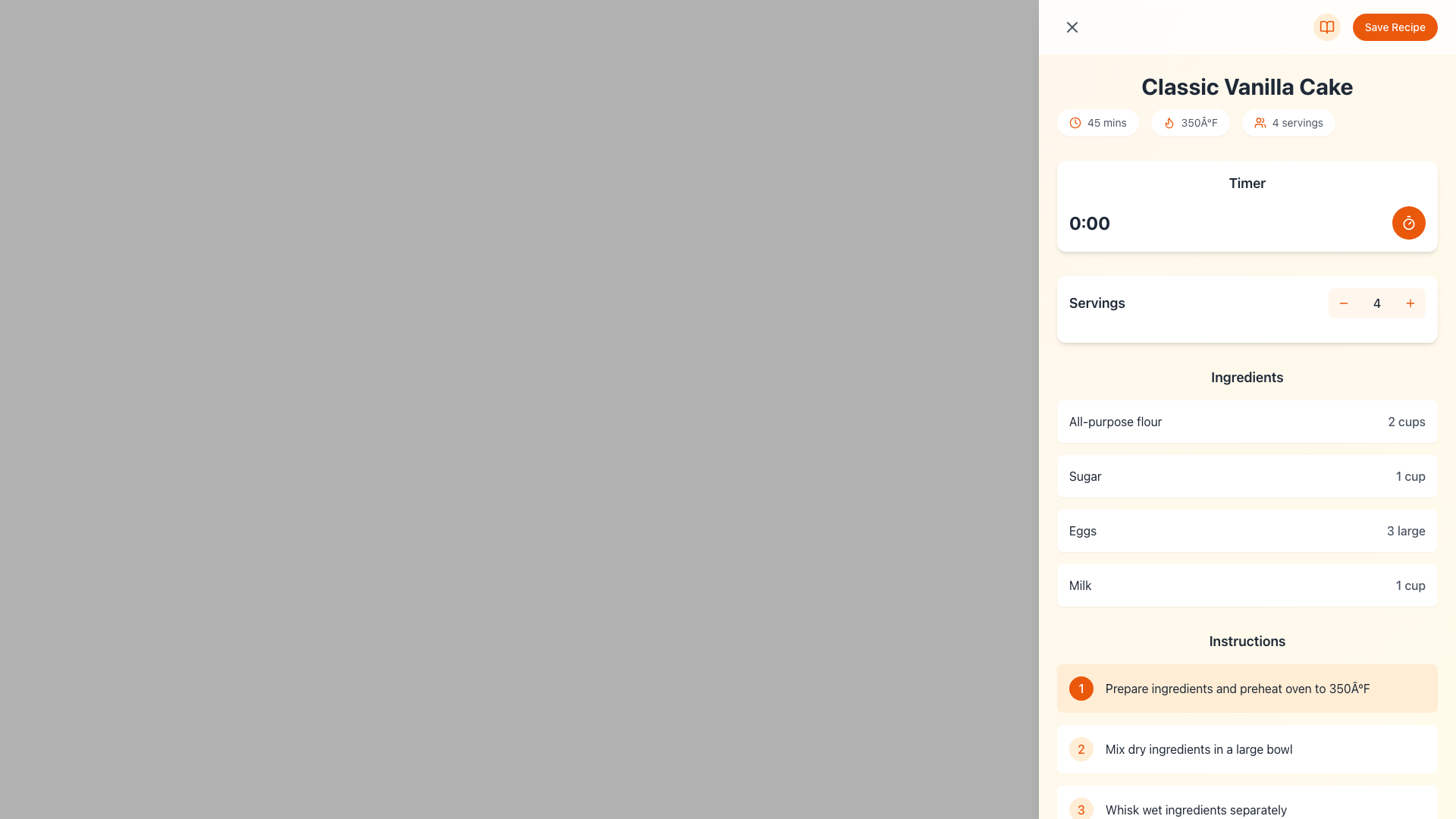  Describe the element at coordinates (1410, 584) in the screenshot. I see `the Text Display element that shows the quantity of the ingredient 'Milk', positioned on the right side of the ingredient label` at that location.